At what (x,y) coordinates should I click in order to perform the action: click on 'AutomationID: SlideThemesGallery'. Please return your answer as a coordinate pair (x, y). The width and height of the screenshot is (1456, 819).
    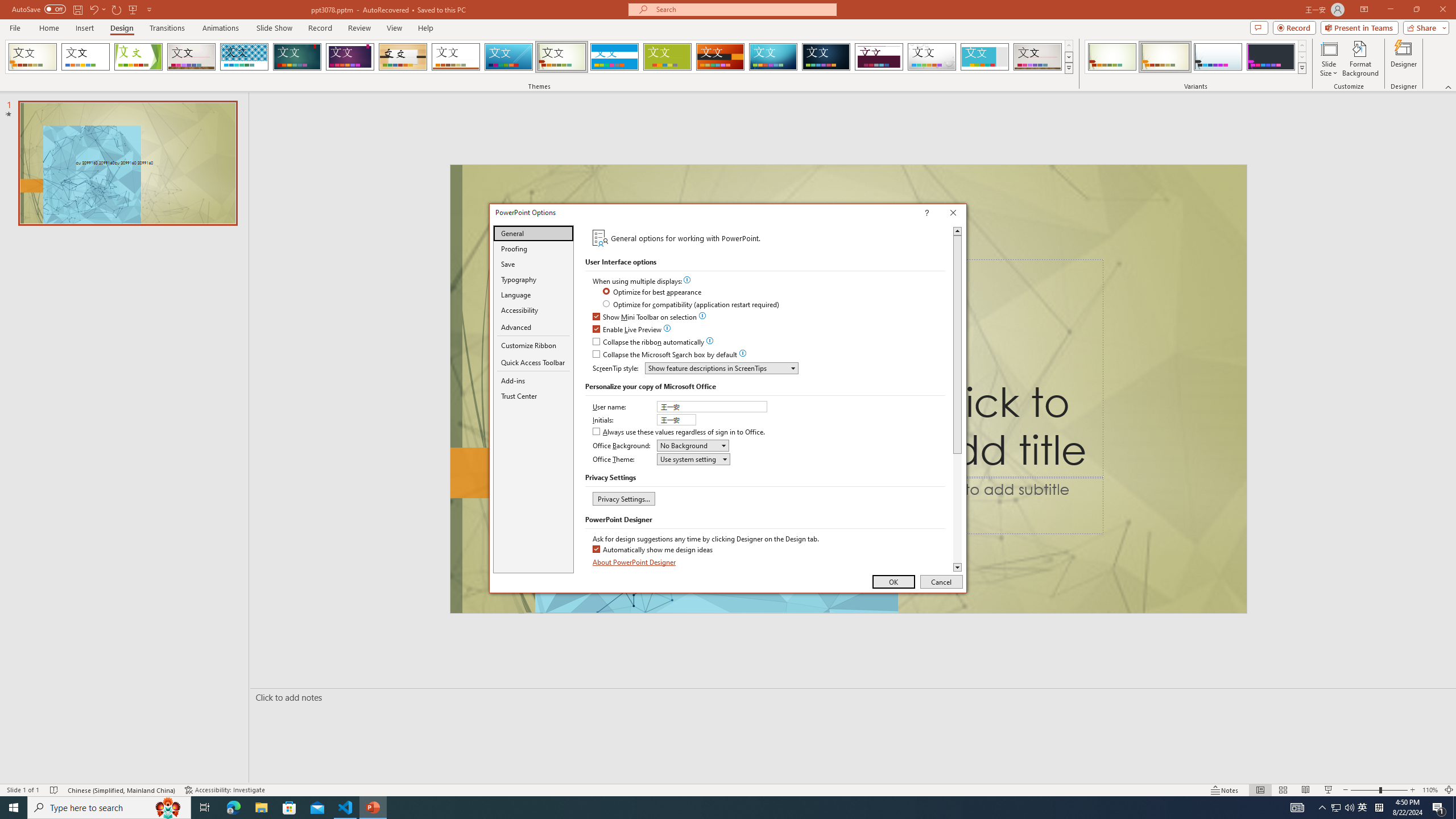
    Looking at the image, I should click on (539, 56).